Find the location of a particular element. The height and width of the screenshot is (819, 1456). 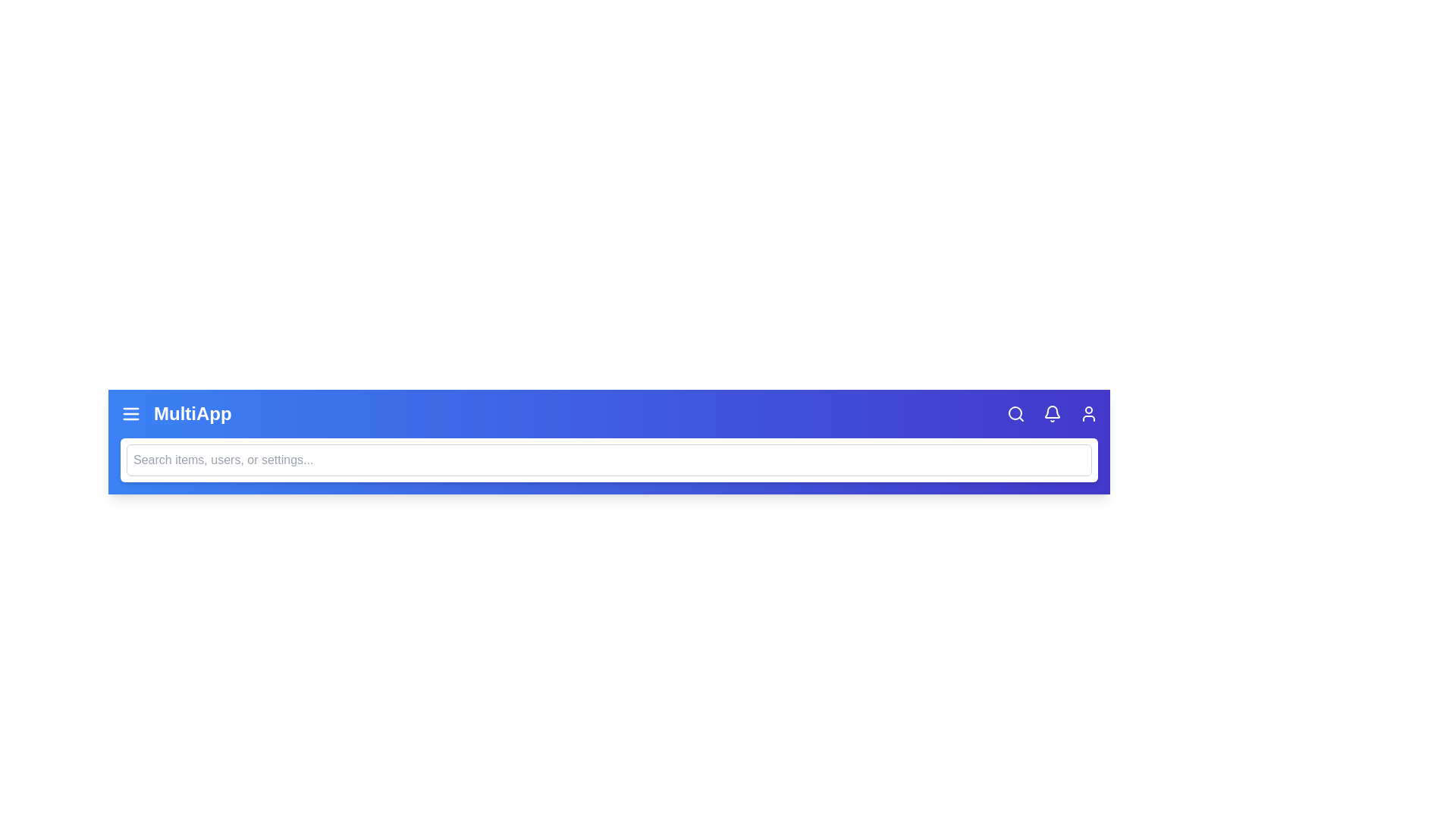

the user profile icon to open the user menu is located at coordinates (1087, 414).